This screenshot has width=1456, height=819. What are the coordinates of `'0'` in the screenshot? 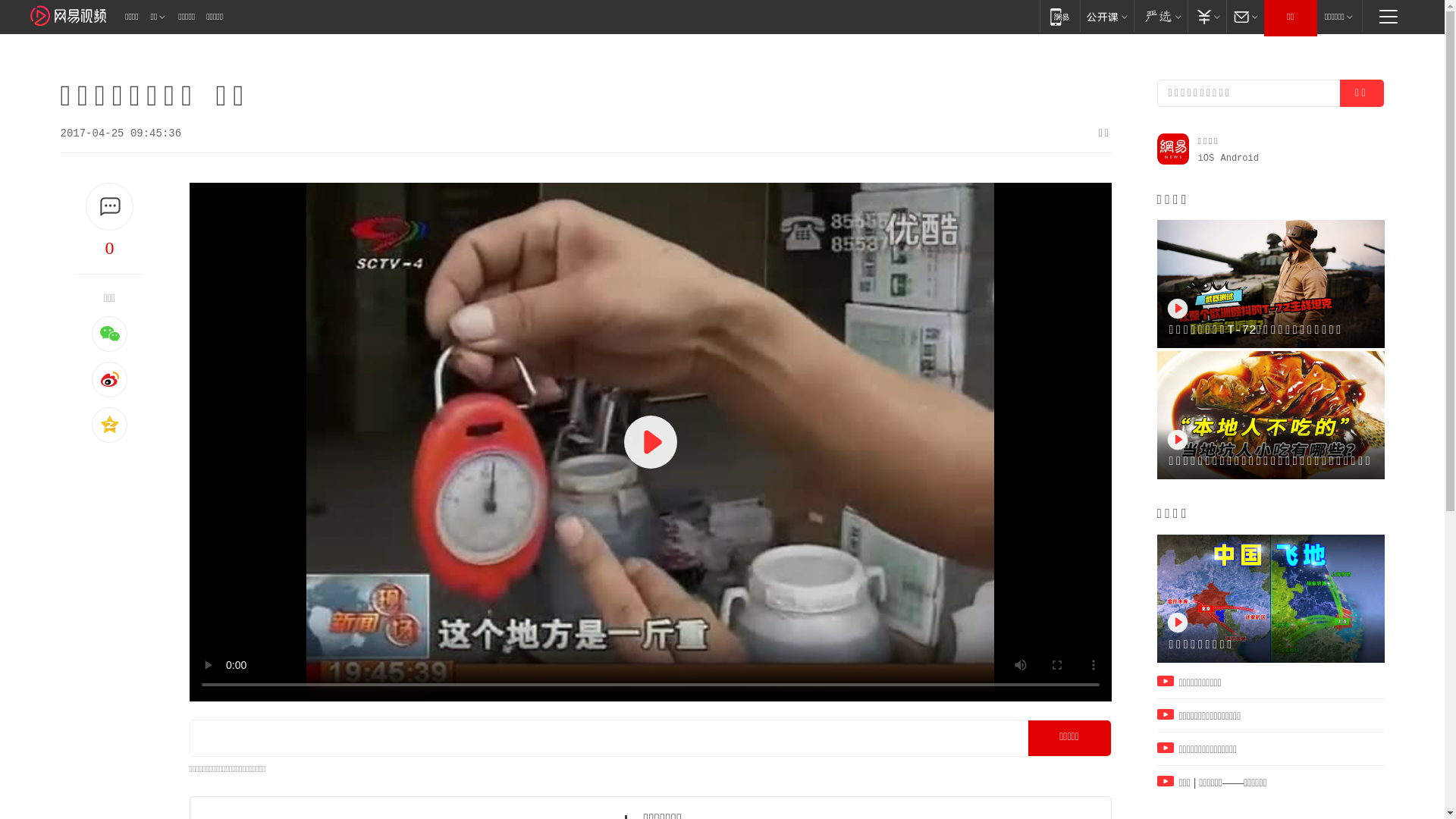 It's located at (61, 247).